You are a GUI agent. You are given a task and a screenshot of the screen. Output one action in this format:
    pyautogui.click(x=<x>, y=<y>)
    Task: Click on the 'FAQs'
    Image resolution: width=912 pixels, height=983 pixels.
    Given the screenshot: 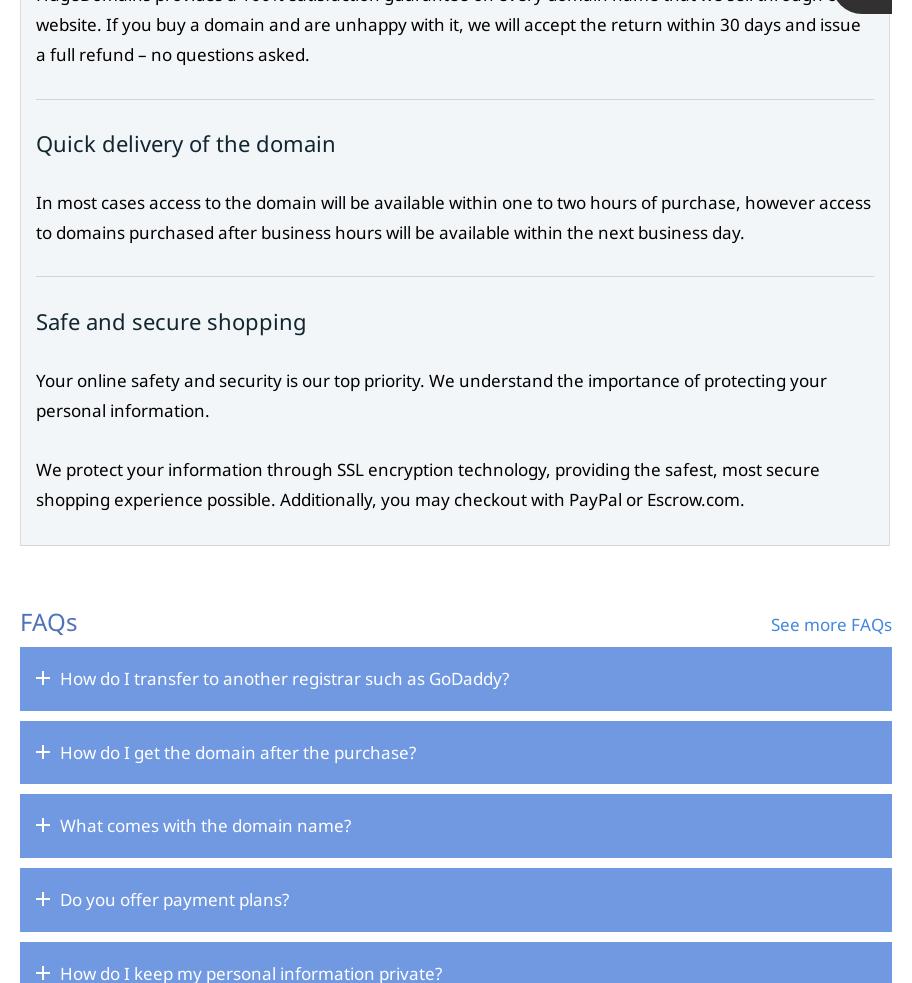 What is the action you would take?
    pyautogui.click(x=47, y=620)
    